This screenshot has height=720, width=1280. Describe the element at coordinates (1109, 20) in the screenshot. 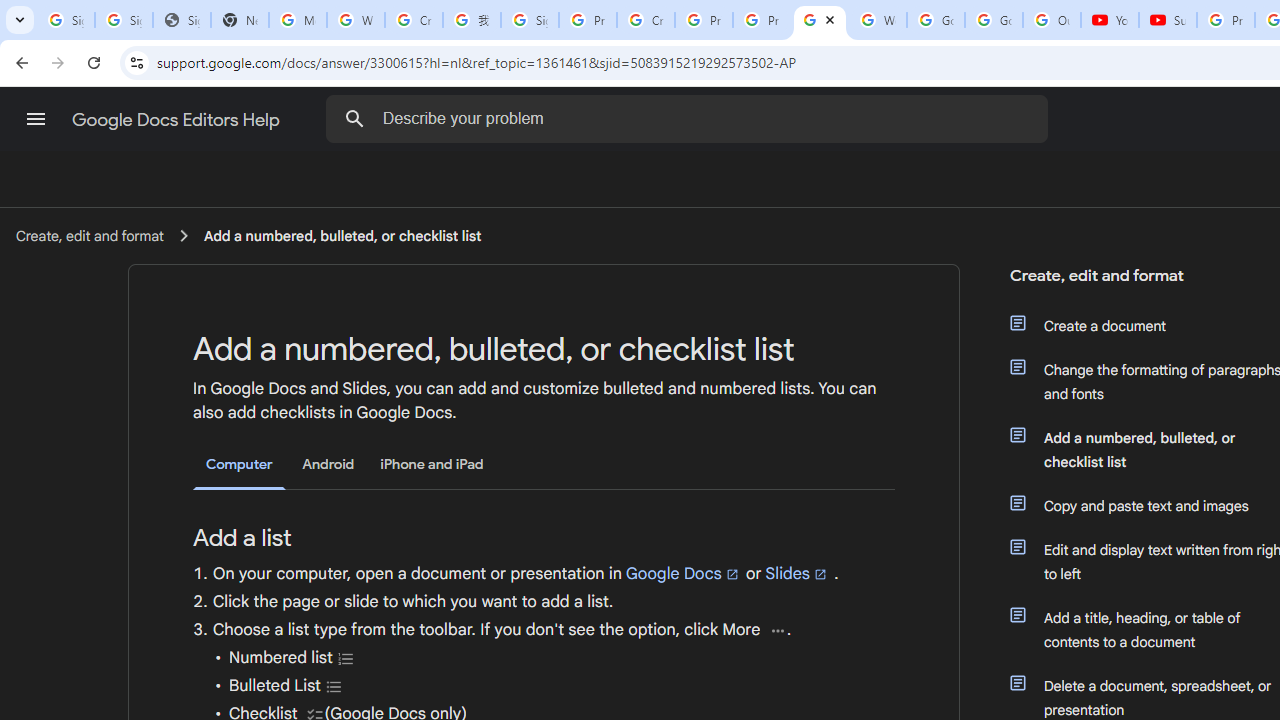

I see `'YouTube'` at that location.